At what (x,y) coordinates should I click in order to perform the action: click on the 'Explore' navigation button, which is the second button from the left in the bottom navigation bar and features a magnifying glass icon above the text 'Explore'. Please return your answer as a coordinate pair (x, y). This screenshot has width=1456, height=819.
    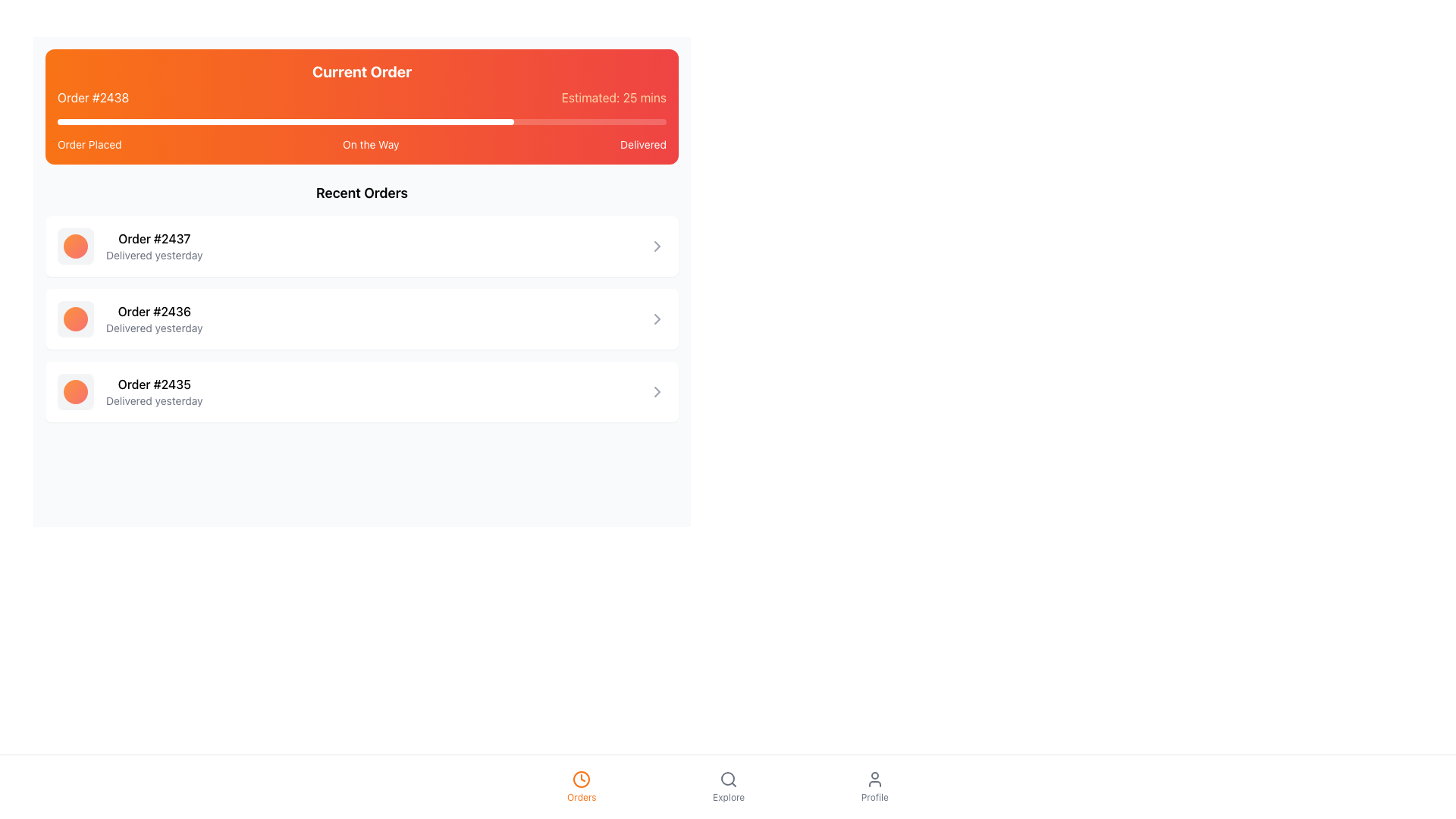
    Looking at the image, I should click on (728, 786).